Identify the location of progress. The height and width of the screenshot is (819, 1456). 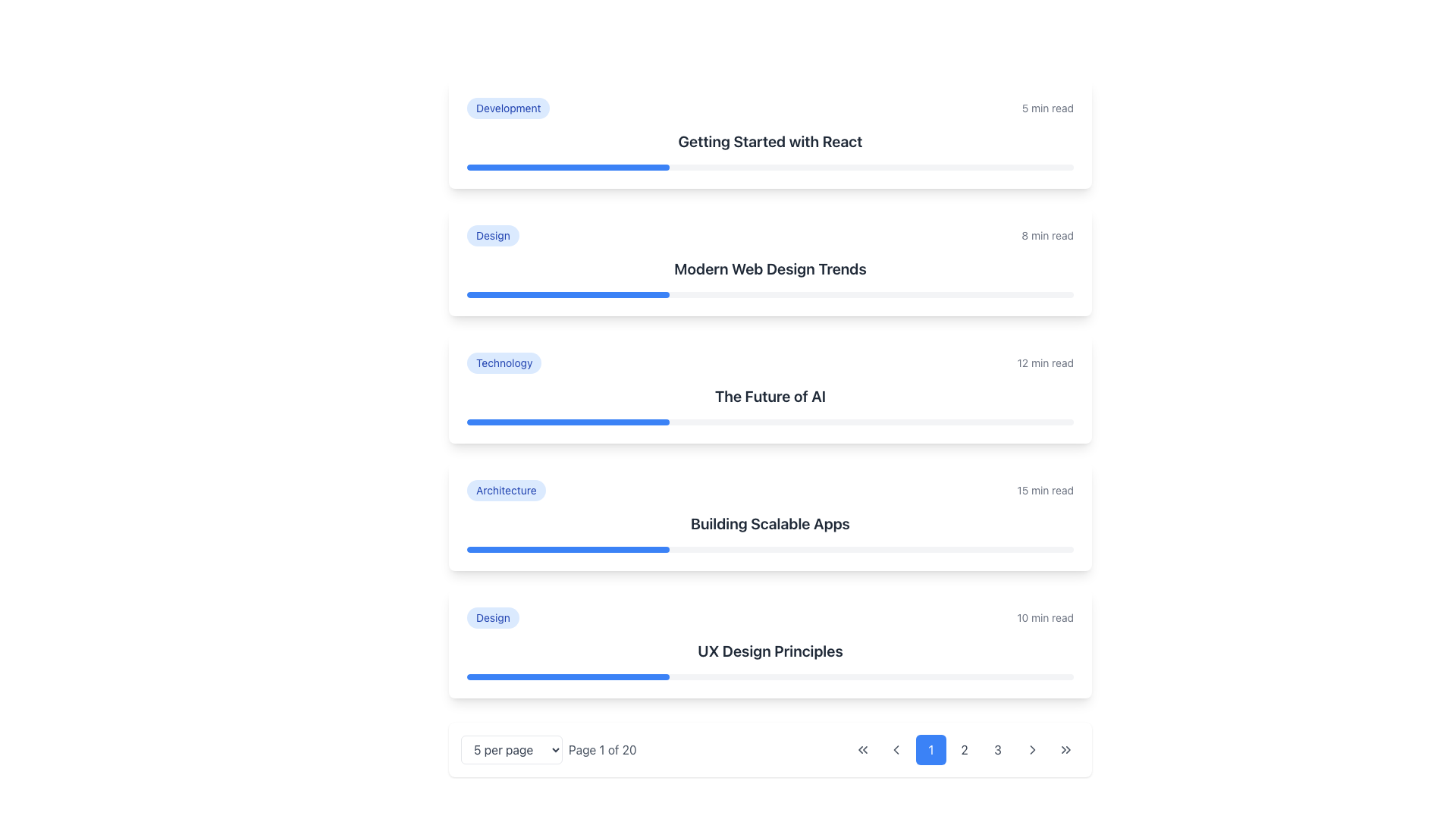
(546, 295).